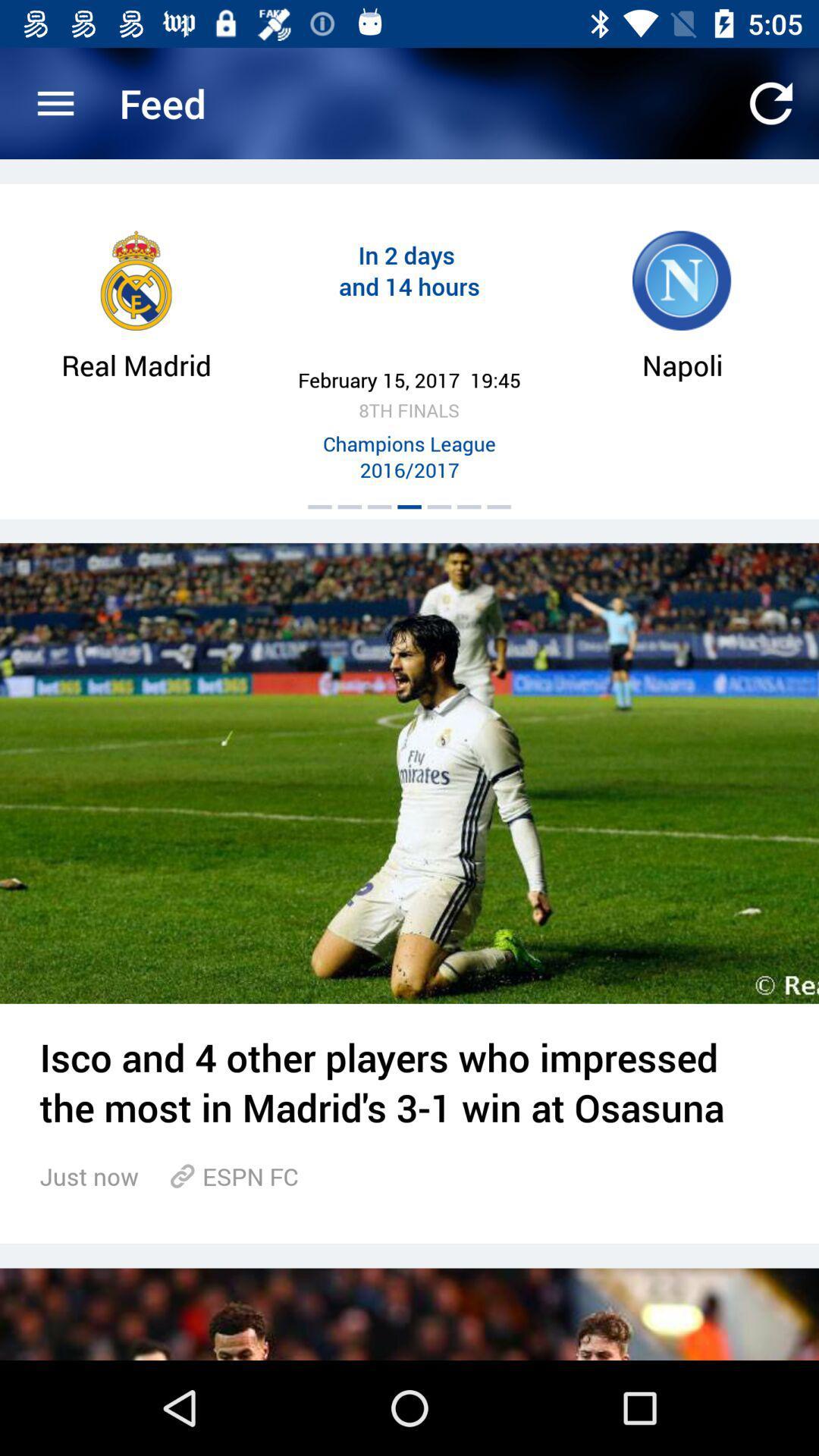 This screenshot has width=819, height=1456. Describe the element at coordinates (771, 103) in the screenshot. I see `the icon which is at the top right corner` at that location.